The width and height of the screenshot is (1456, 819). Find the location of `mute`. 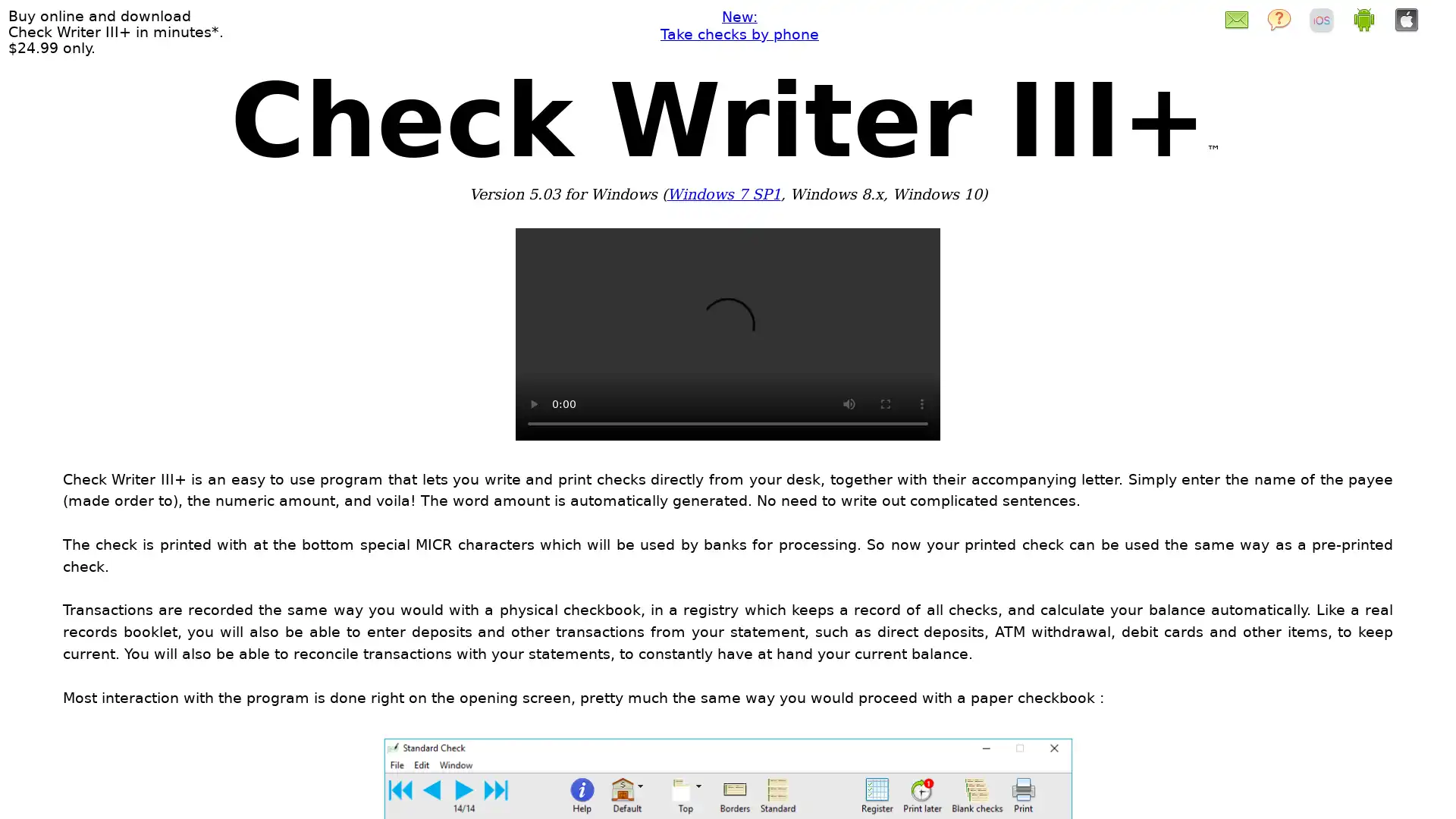

mute is located at coordinates (848, 403).